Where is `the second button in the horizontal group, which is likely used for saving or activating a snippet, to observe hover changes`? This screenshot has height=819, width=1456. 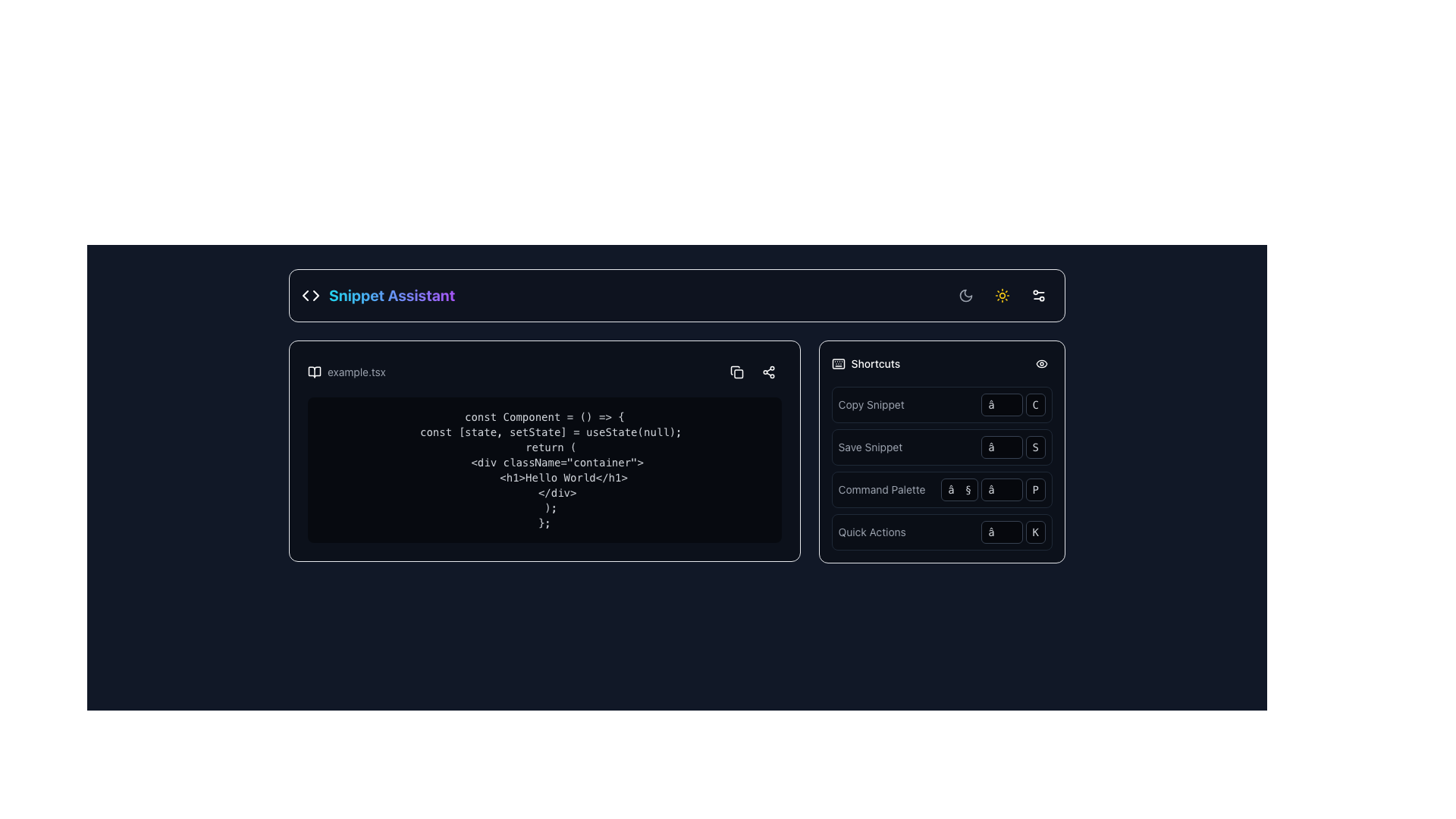 the second button in the horizontal group, which is likely used for saving or activating a snippet, to observe hover changes is located at coordinates (1034, 447).